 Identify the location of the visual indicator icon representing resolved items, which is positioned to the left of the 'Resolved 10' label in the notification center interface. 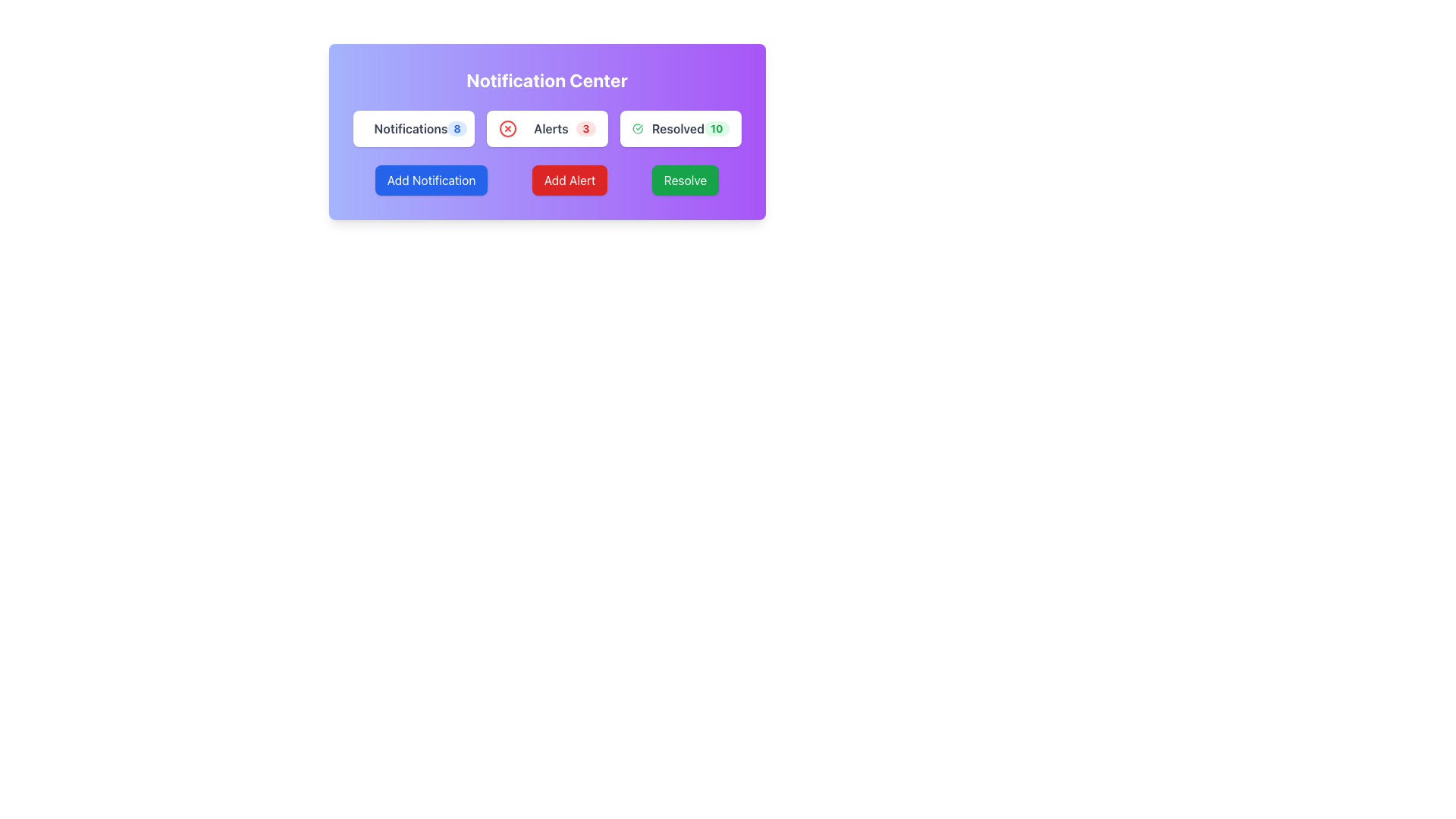
(637, 127).